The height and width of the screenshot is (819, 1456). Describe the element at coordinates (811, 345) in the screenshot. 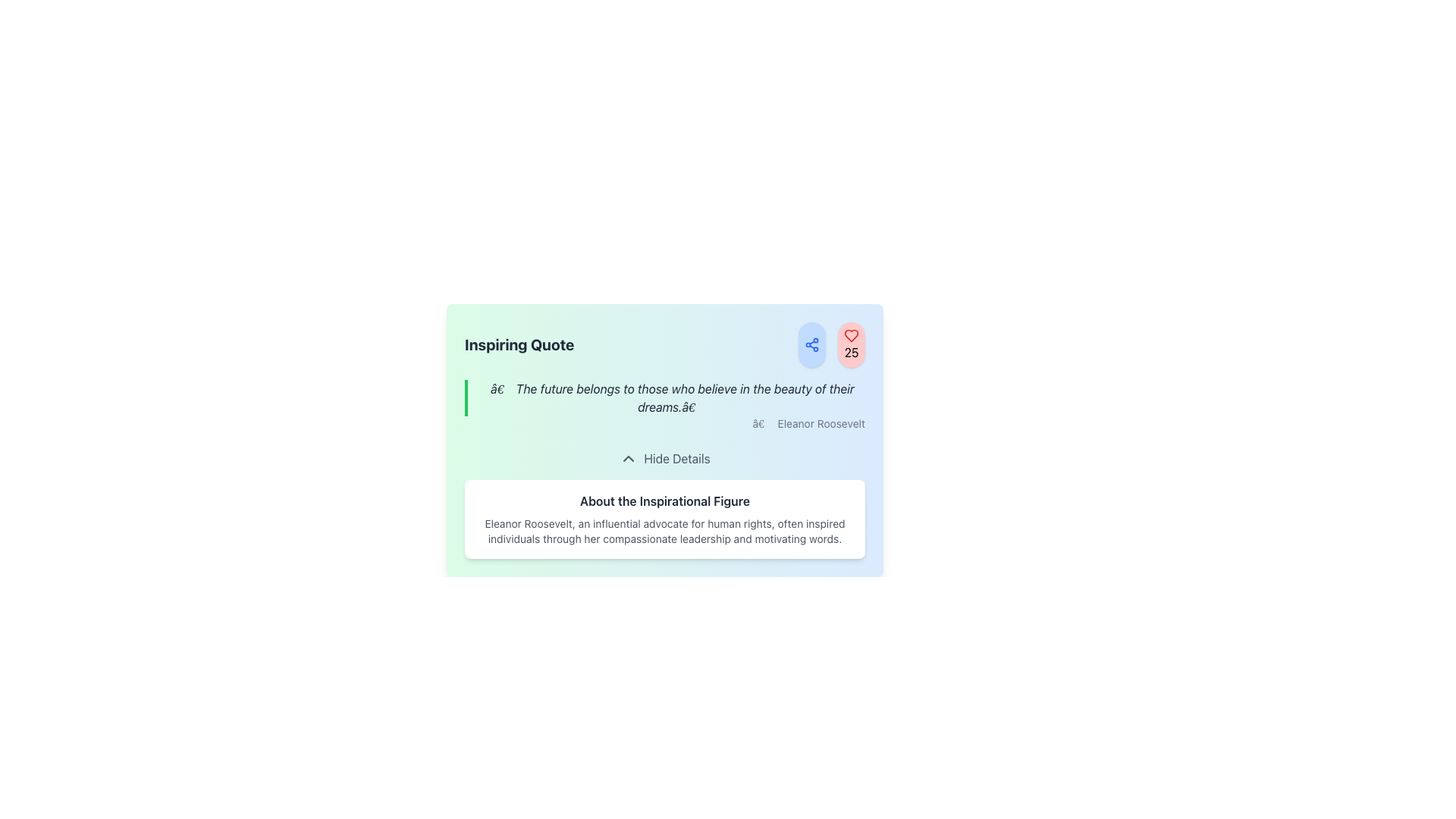

I see `the blue icon button resembling a network or share symbol located at the top right corner of the card layout` at that location.